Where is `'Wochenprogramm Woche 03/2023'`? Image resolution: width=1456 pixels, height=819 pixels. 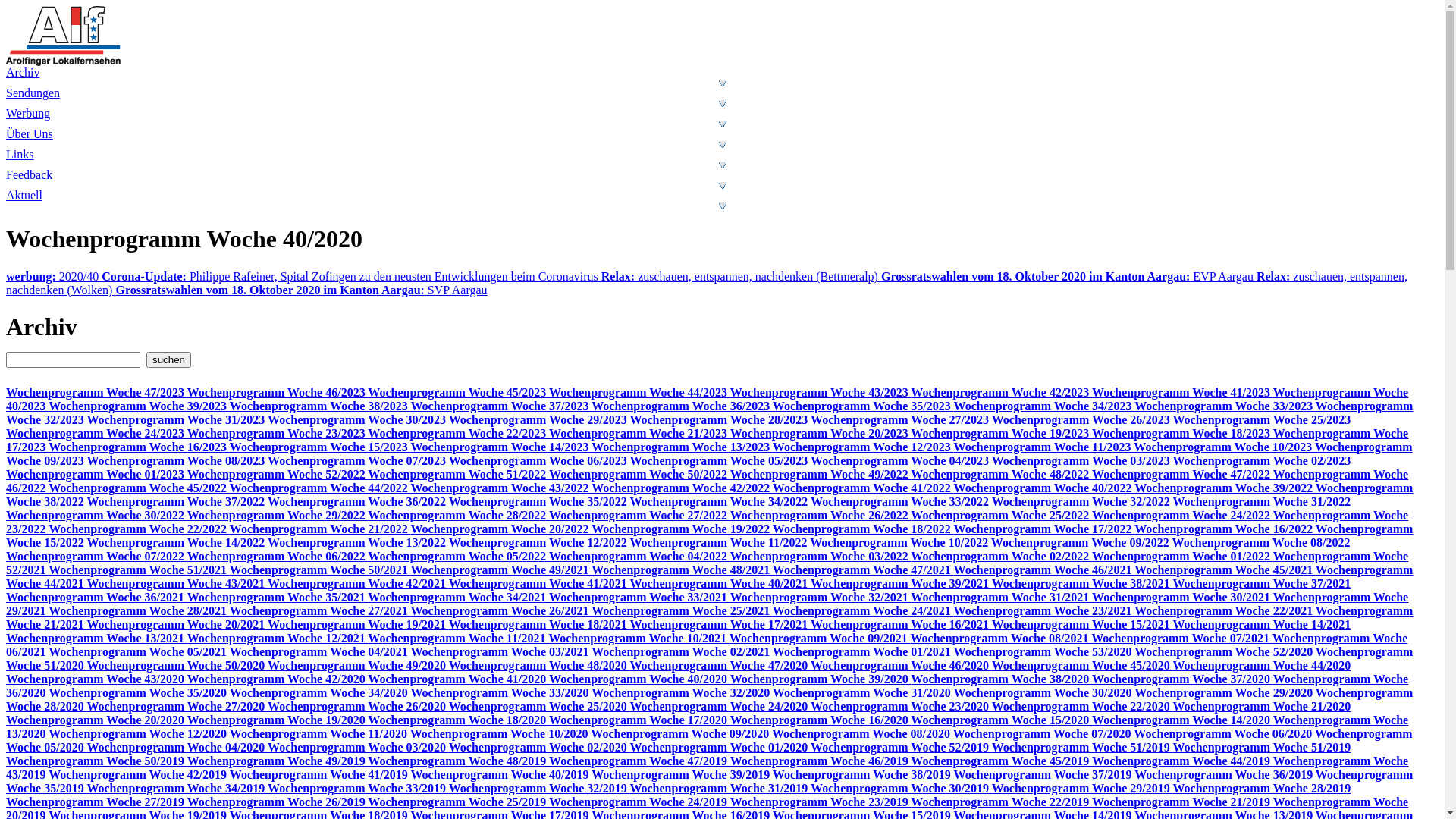 'Wochenprogramm Woche 03/2023' is located at coordinates (1081, 460).